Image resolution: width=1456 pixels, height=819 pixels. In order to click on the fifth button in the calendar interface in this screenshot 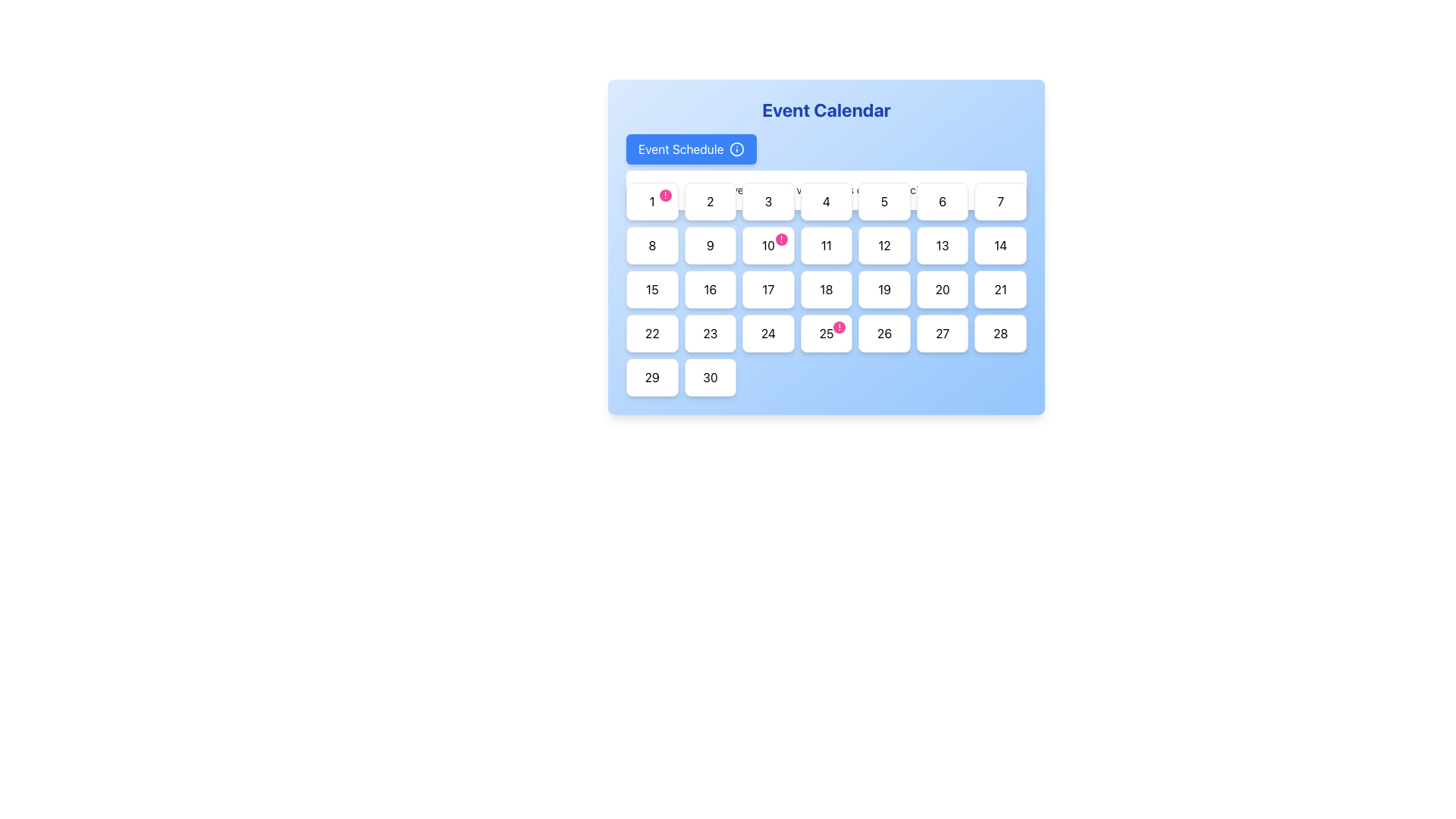, I will do `click(884, 201)`.